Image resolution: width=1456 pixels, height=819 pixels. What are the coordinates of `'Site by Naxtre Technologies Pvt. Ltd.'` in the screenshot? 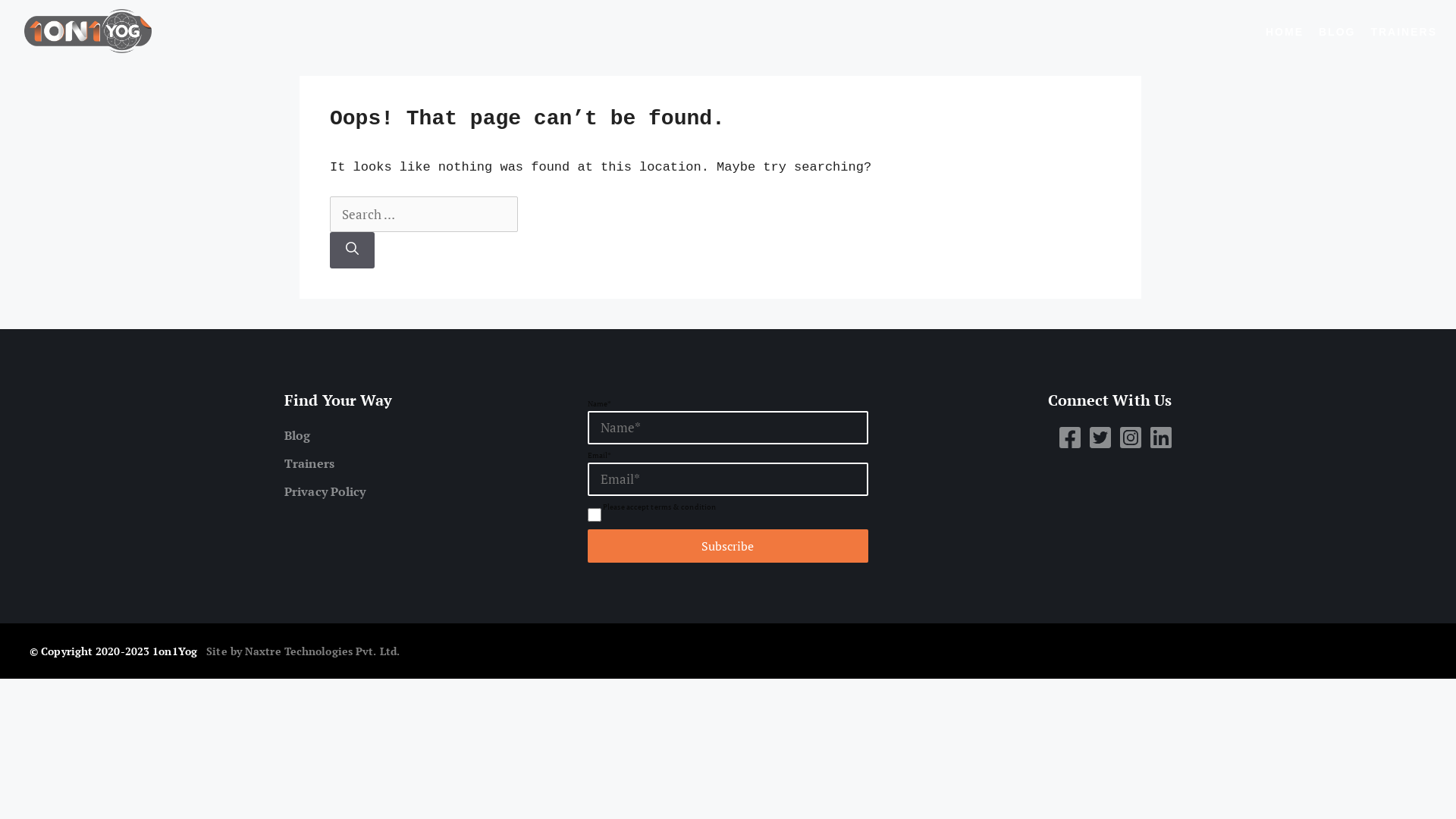 It's located at (303, 650).